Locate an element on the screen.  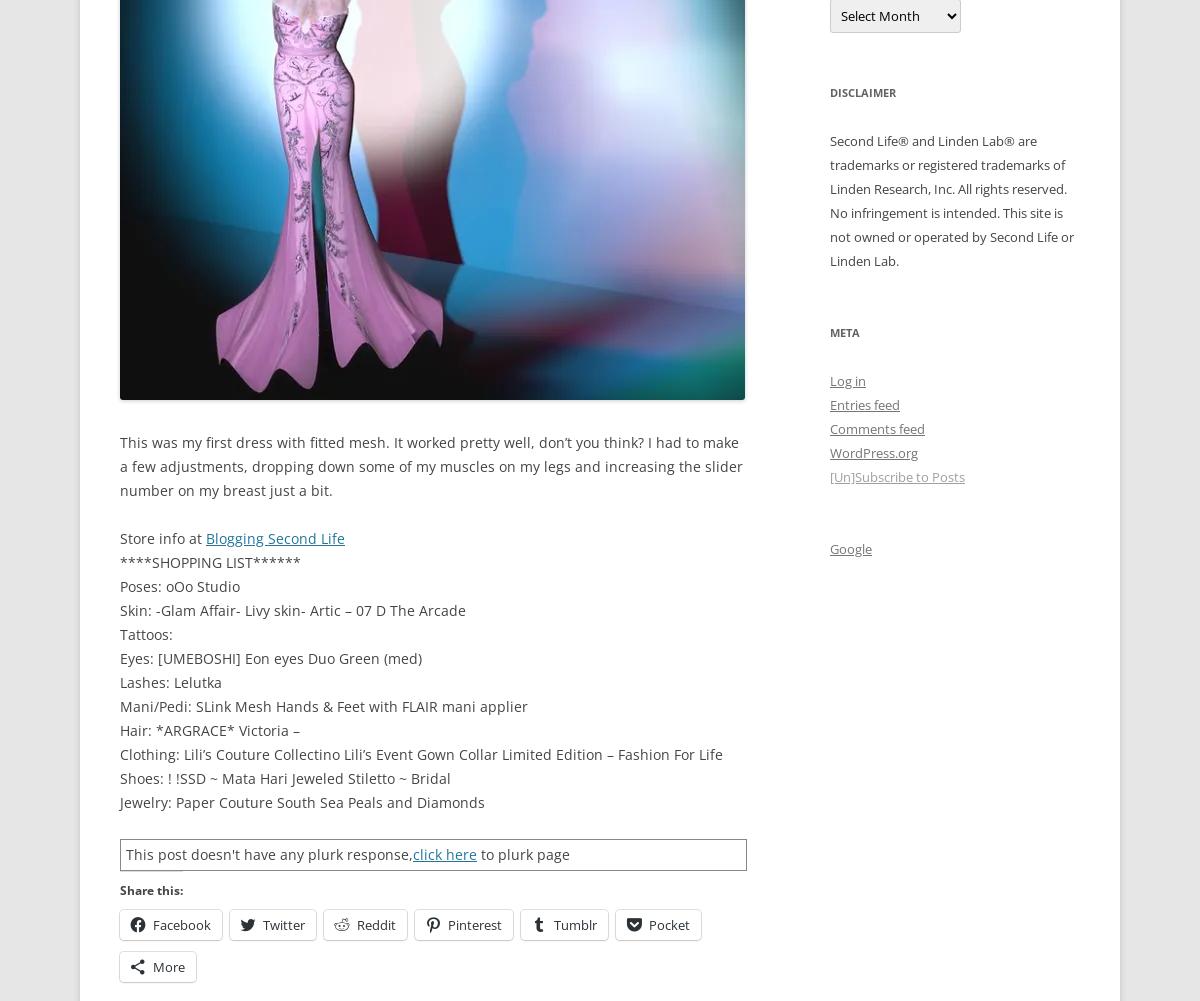
'WordPress.org' is located at coordinates (872, 451).